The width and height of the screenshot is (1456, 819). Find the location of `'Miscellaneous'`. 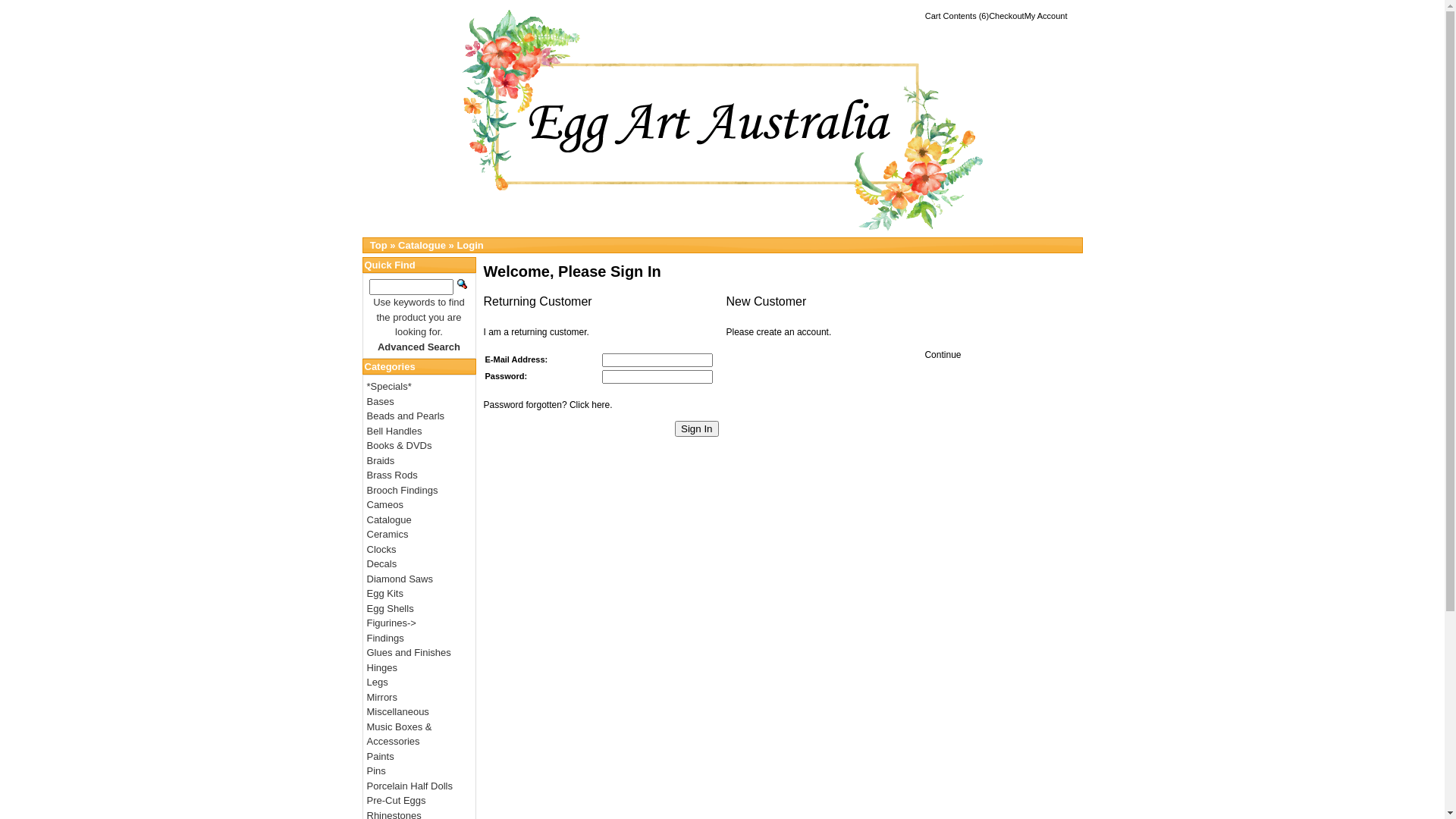

'Miscellaneous' is located at coordinates (397, 711).